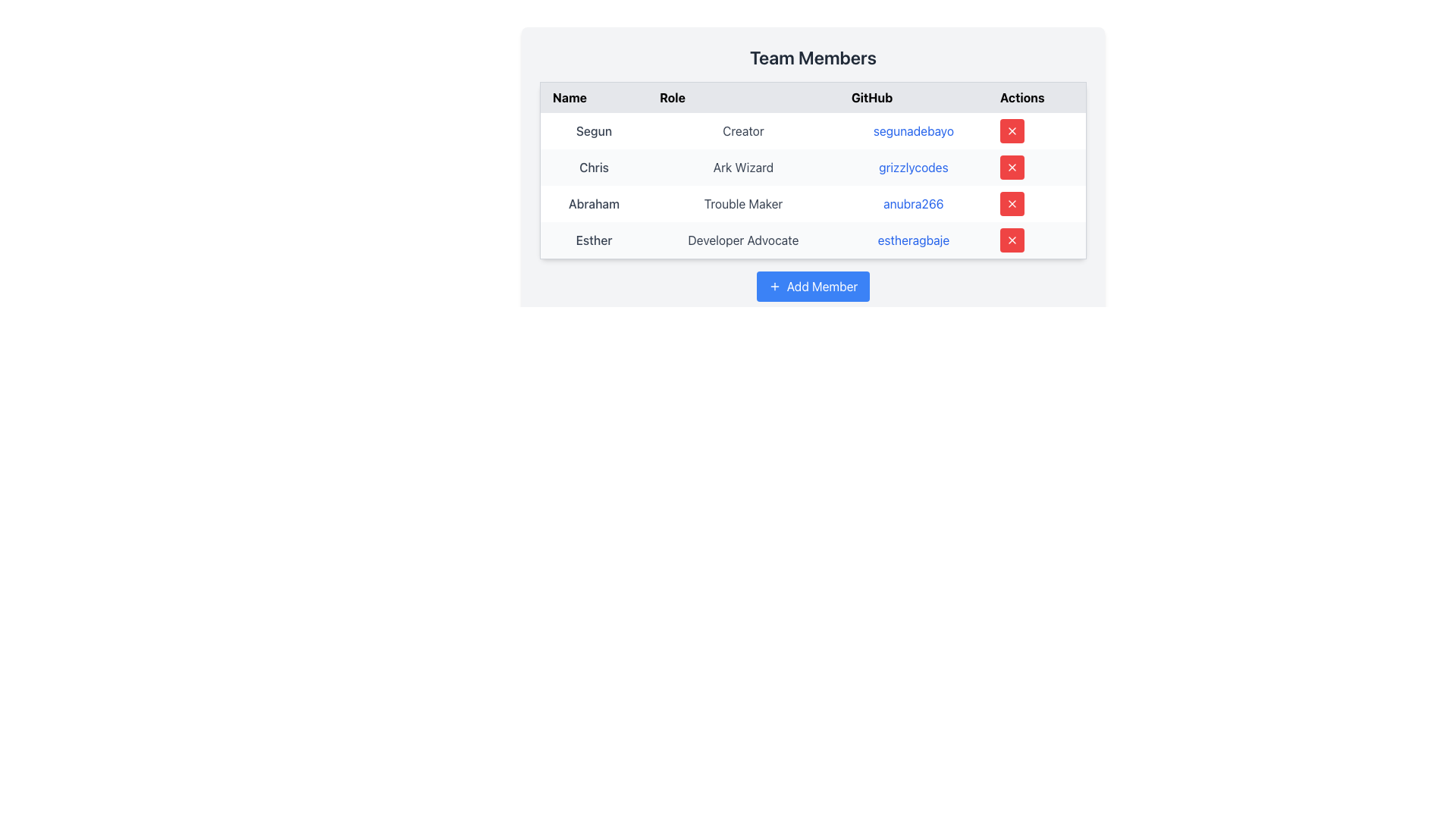 The image size is (1456, 819). What do you see at coordinates (912, 203) in the screenshot?
I see `the clickable text link styled in blue saying 'anubra266' located in the third row of the 'Team Members' table` at bounding box center [912, 203].